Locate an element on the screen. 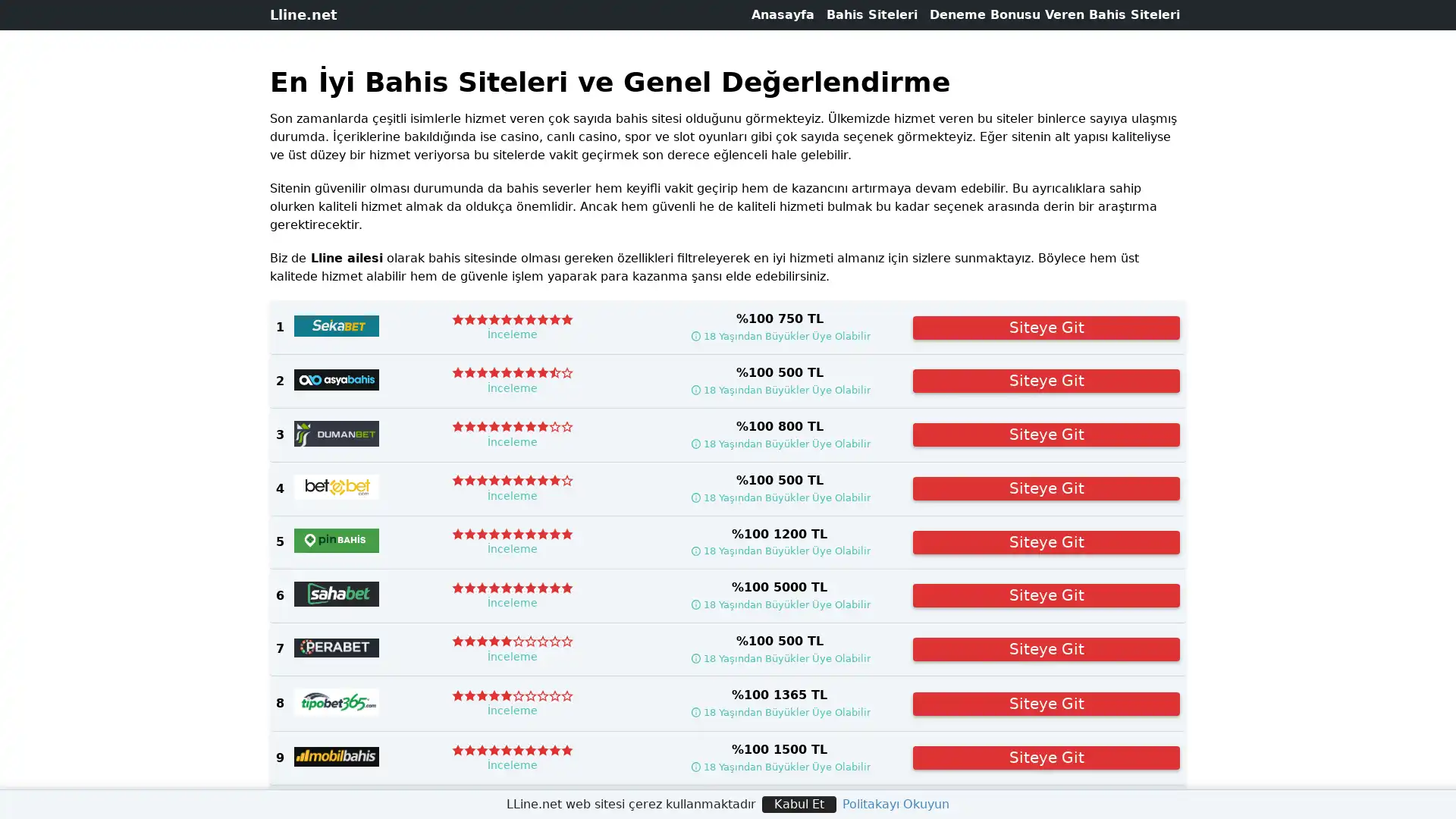 The image size is (1456, 819). Load terms and conditions is located at coordinates (779, 657).